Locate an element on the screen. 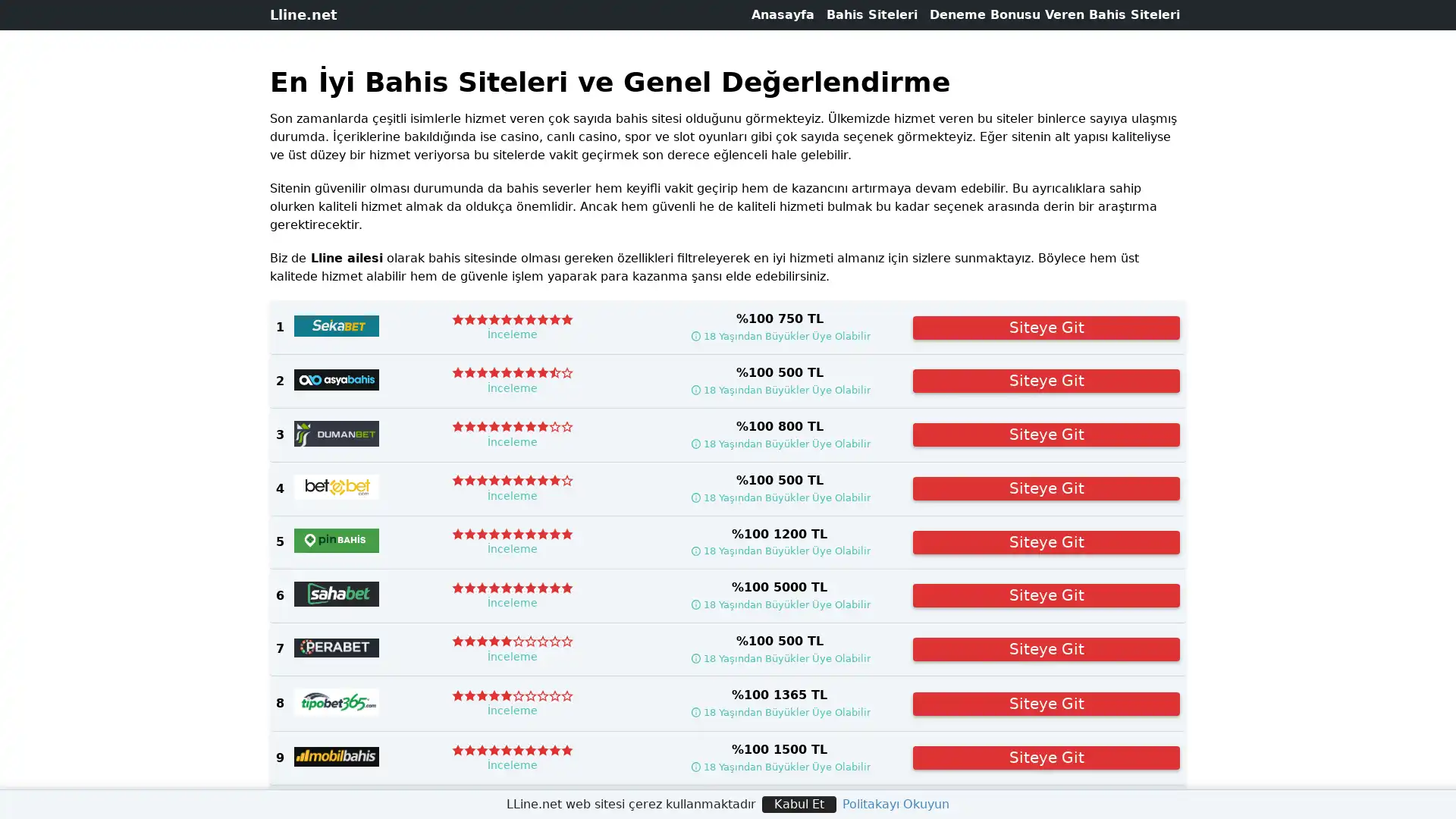 The image size is (1456, 819). Load terms and conditions is located at coordinates (779, 657).